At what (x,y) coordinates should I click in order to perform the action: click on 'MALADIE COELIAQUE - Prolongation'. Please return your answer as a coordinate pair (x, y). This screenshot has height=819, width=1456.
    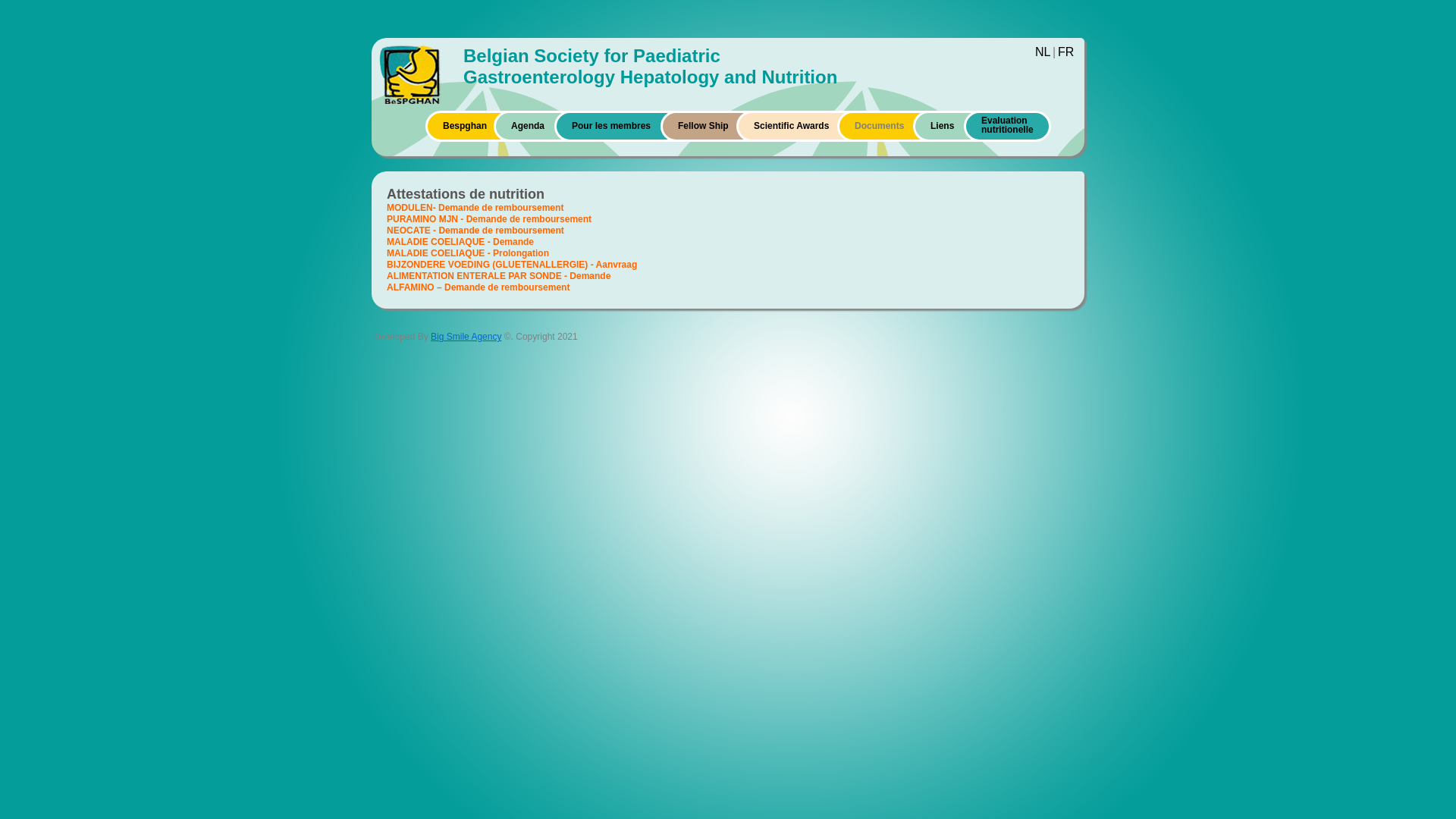
    Looking at the image, I should click on (386, 253).